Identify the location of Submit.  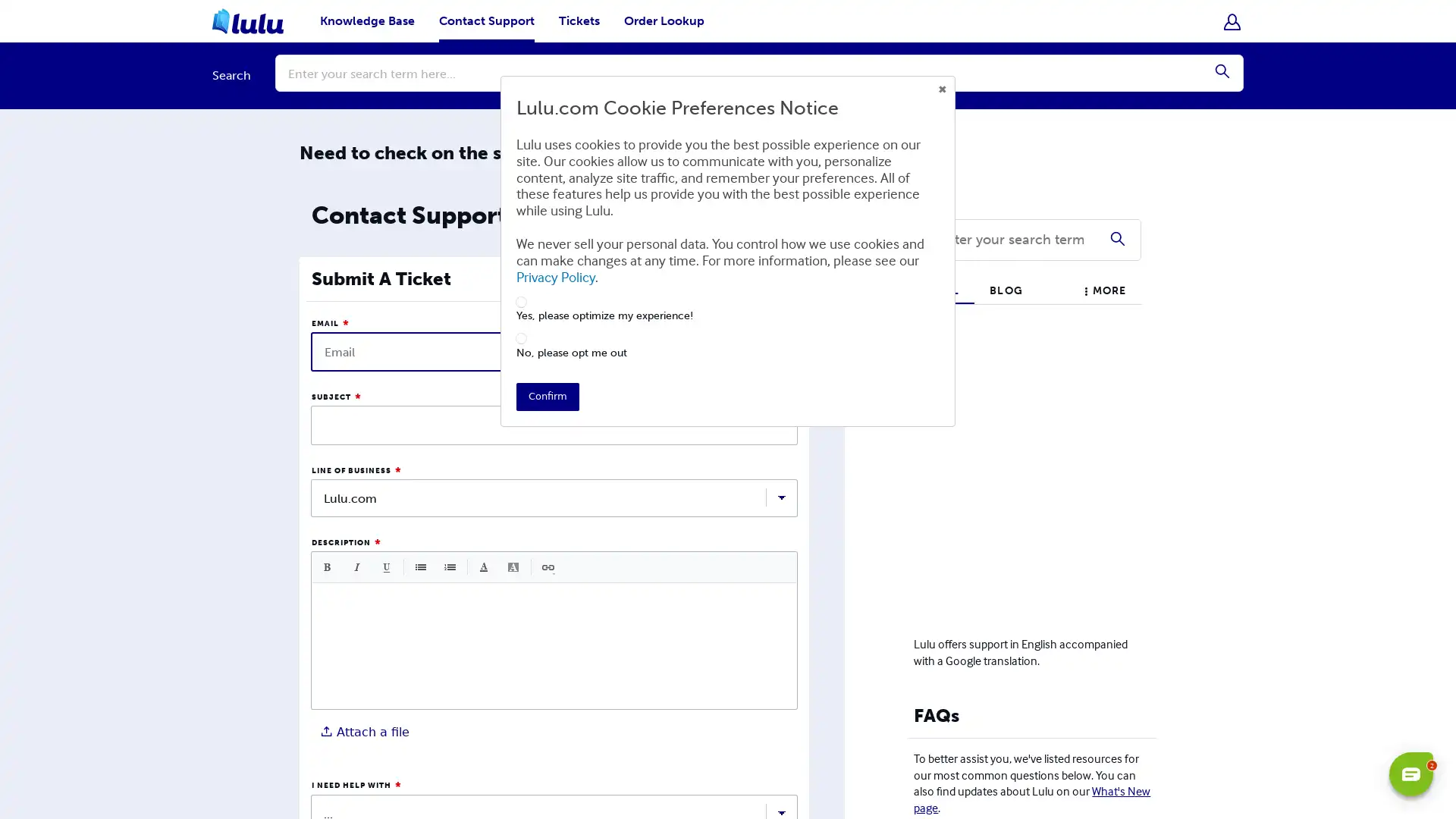
(1222, 73).